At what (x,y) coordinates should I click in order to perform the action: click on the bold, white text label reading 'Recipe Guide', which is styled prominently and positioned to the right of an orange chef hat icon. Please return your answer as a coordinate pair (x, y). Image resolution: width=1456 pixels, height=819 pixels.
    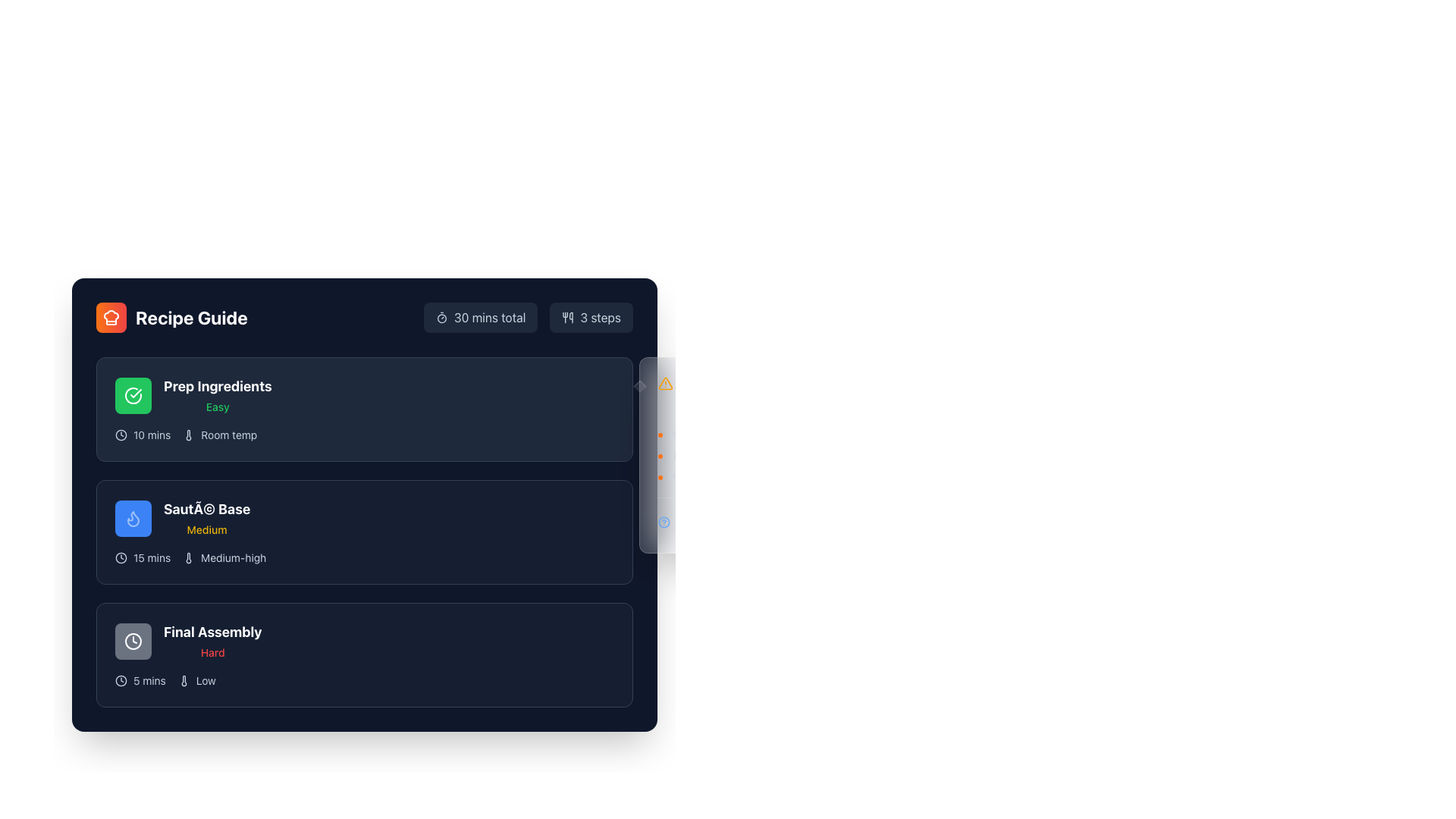
    Looking at the image, I should click on (190, 317).